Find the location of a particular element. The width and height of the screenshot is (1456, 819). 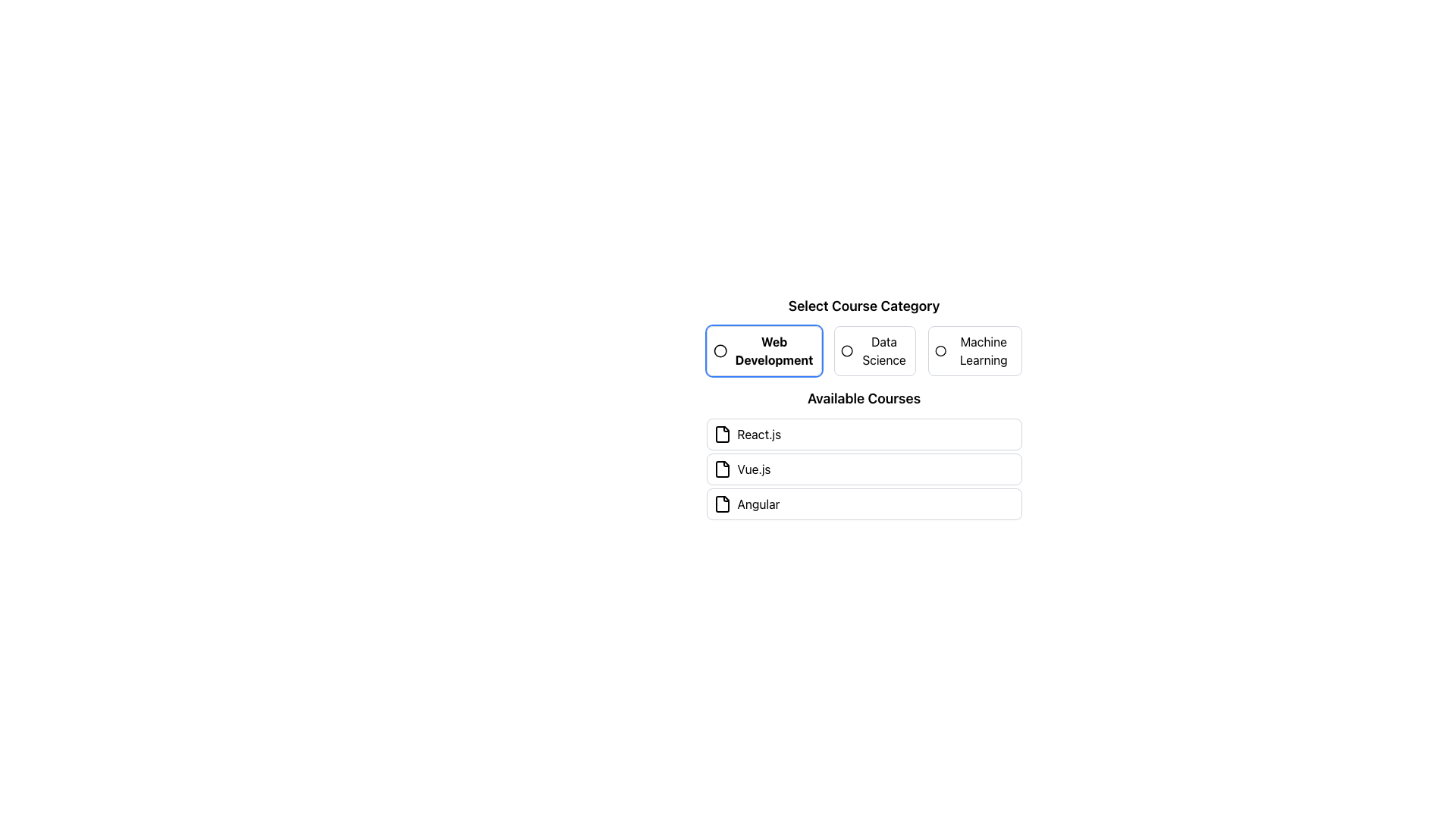

the 'Angular' course text label within the course selection item is located at coordinates (758, 504).